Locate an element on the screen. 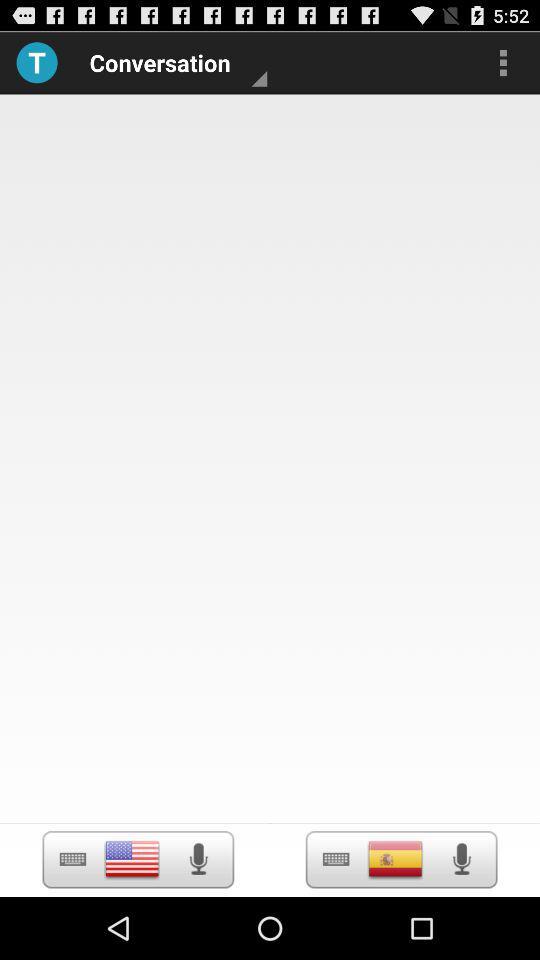  the settings option is located at coordinates (71, 858).